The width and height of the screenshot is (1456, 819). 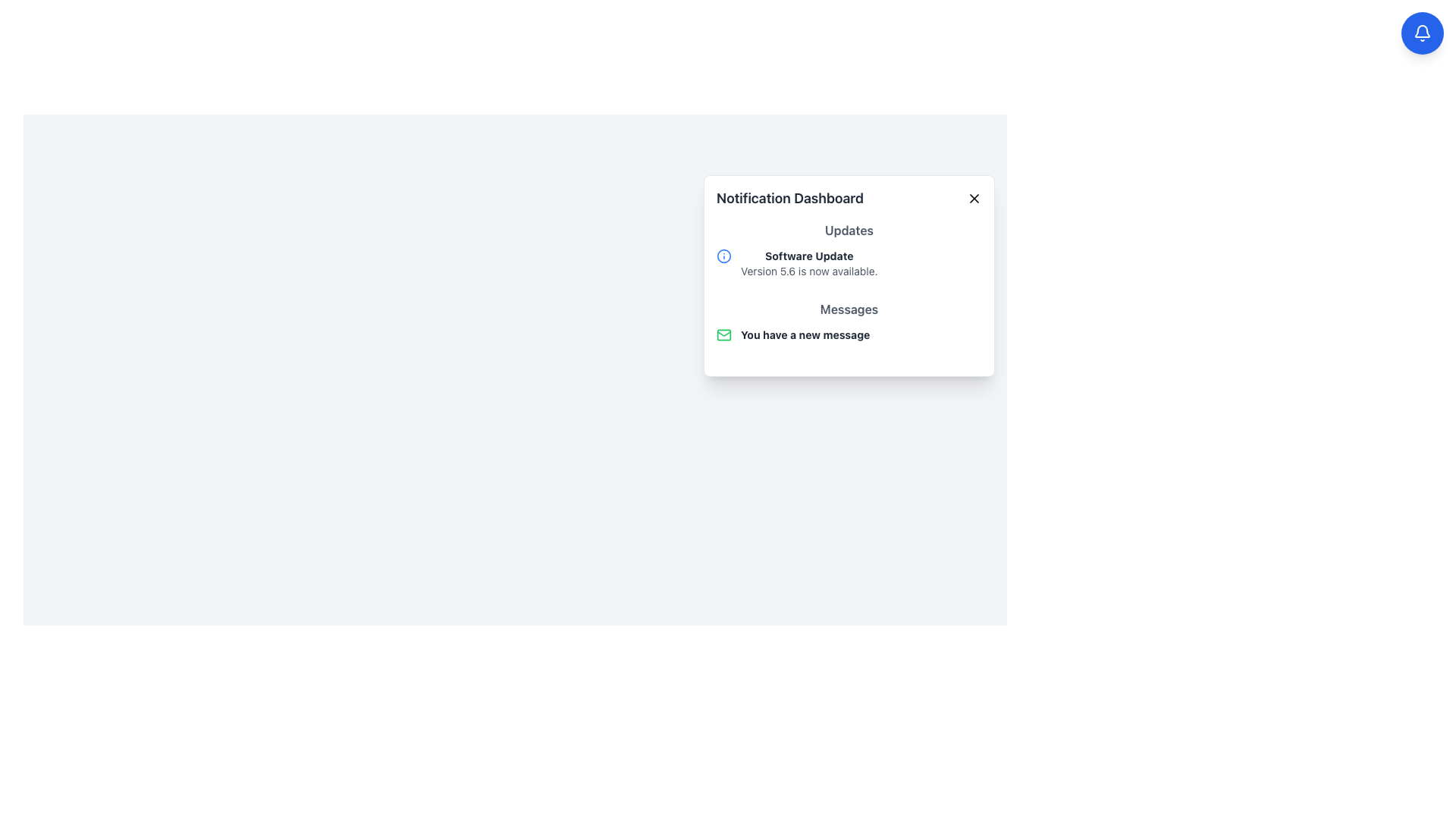 I want to click on the 'X' close button in the top-right corner of the 'Notification Dashboard' widget, so click(x=974, y=198).